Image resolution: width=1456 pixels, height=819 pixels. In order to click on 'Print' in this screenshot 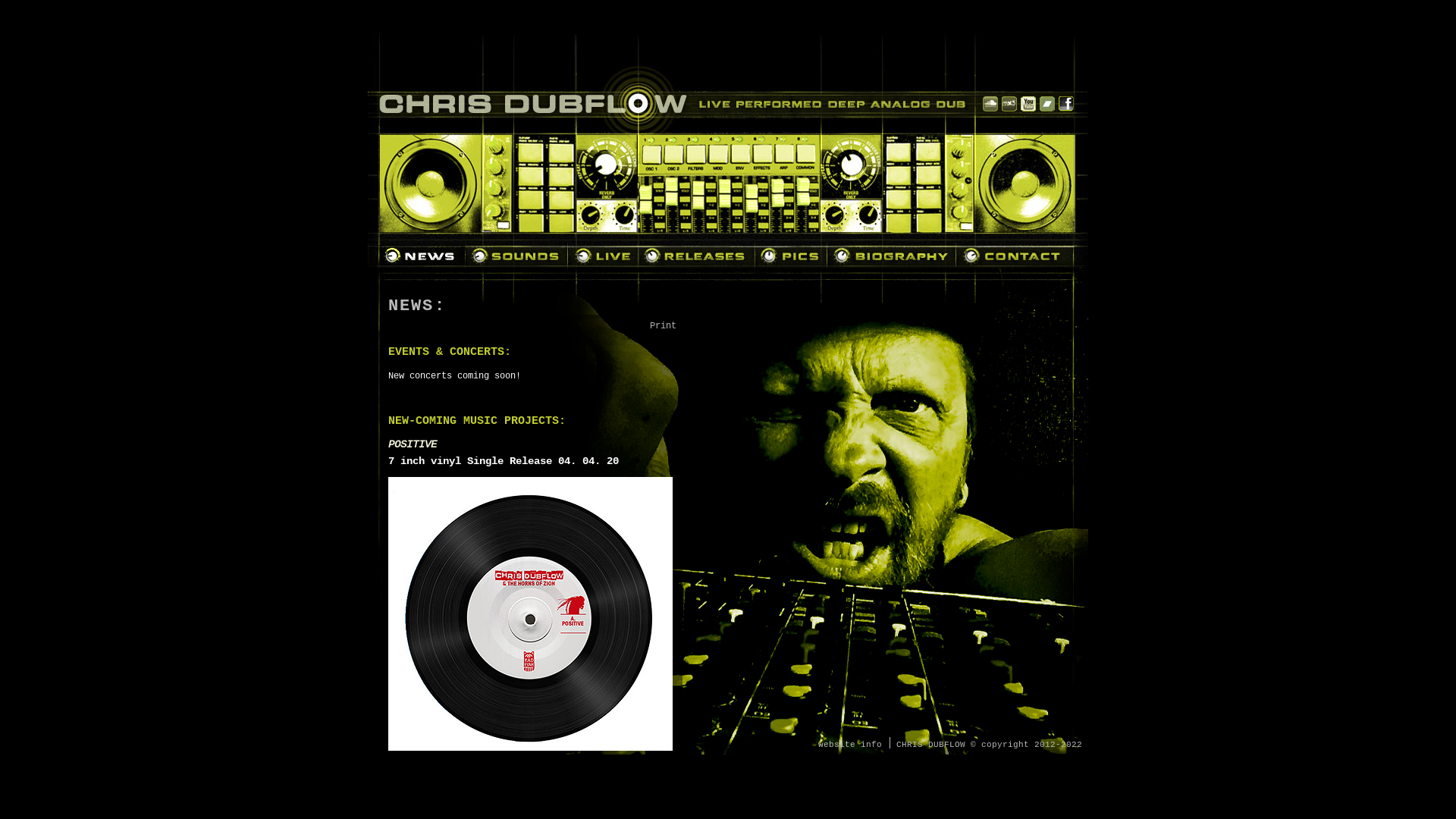, I will do `click(663, 324)`.